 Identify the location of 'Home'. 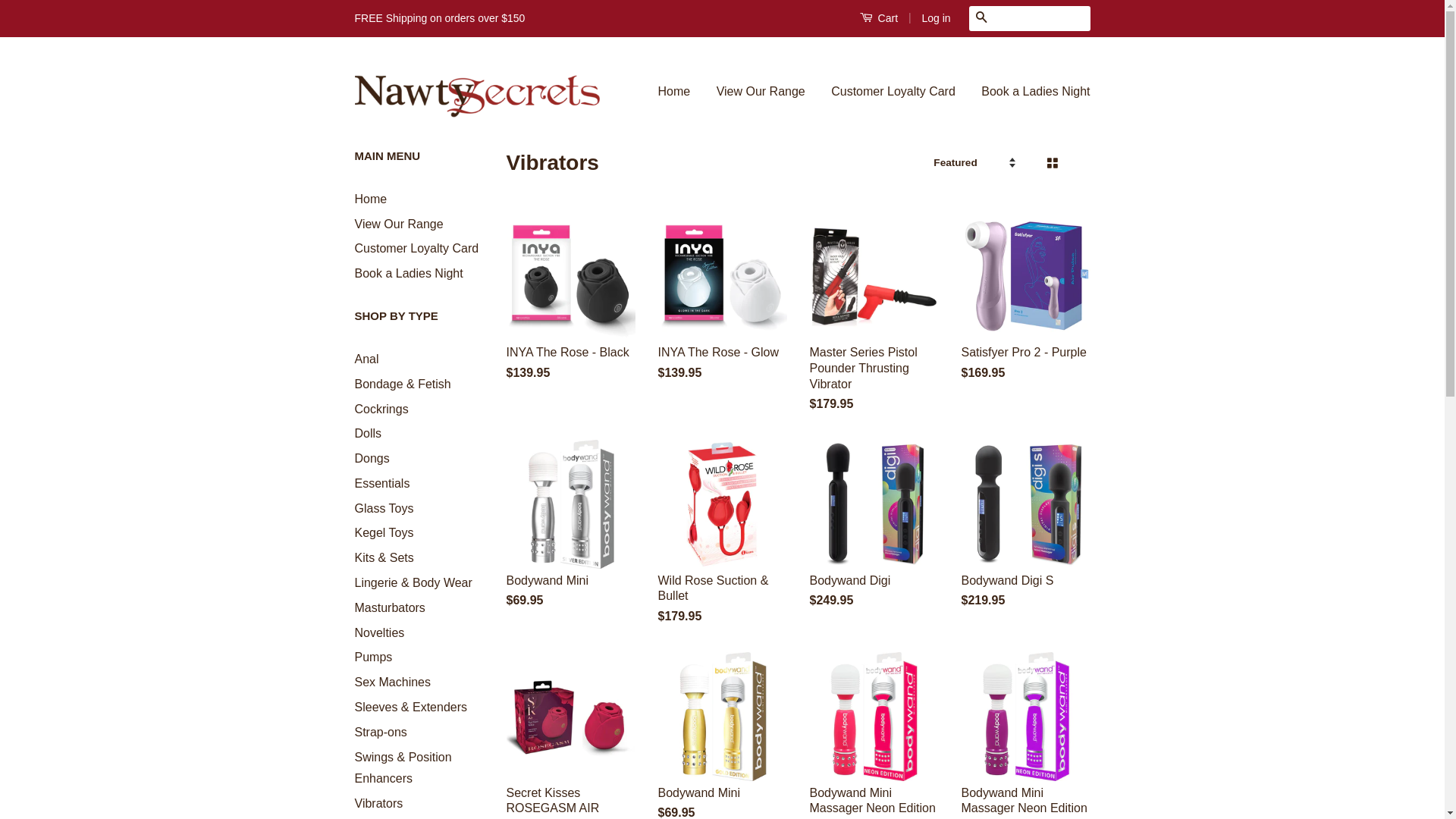
(679, 92).